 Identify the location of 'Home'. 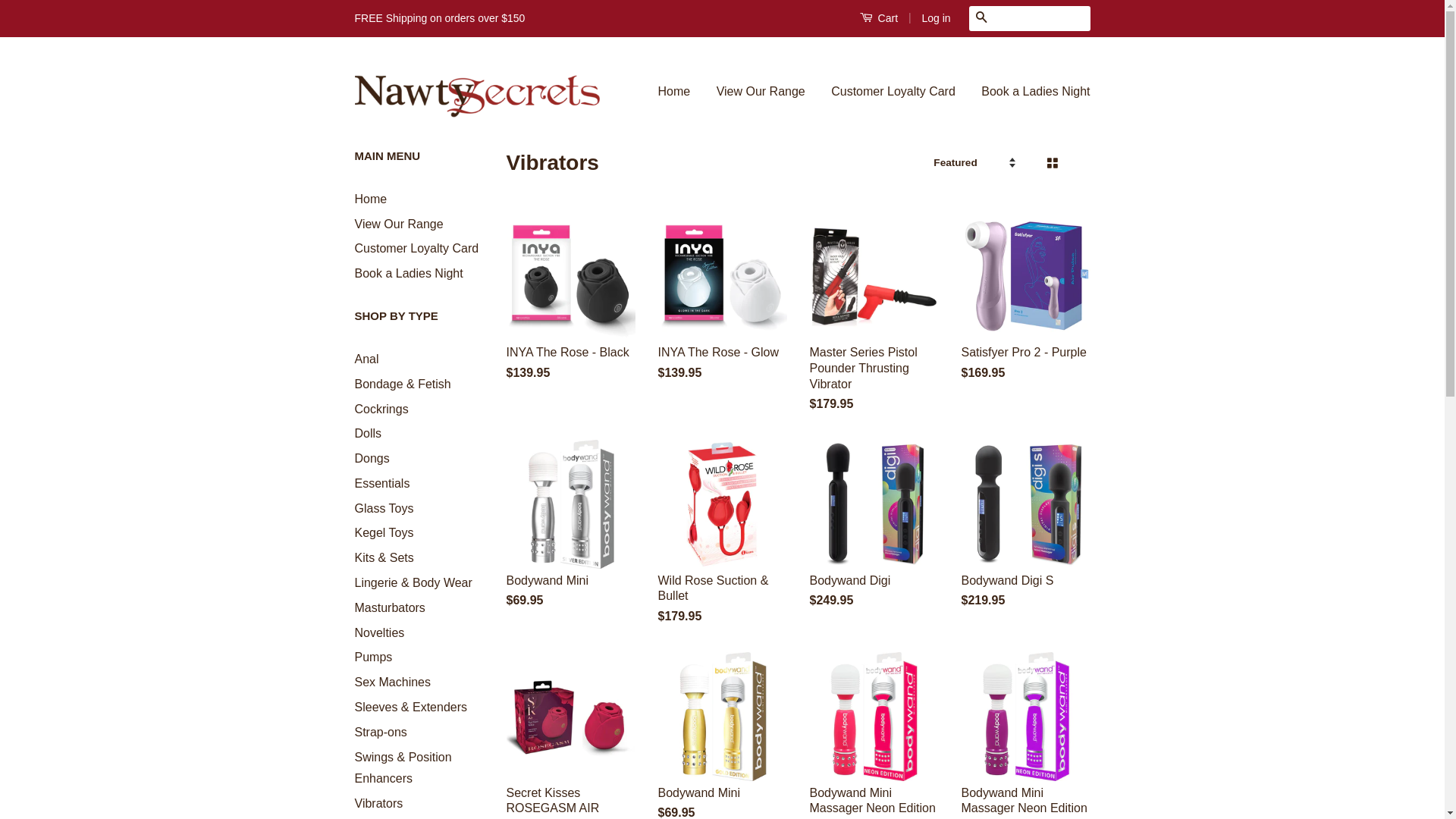
(679, 92).